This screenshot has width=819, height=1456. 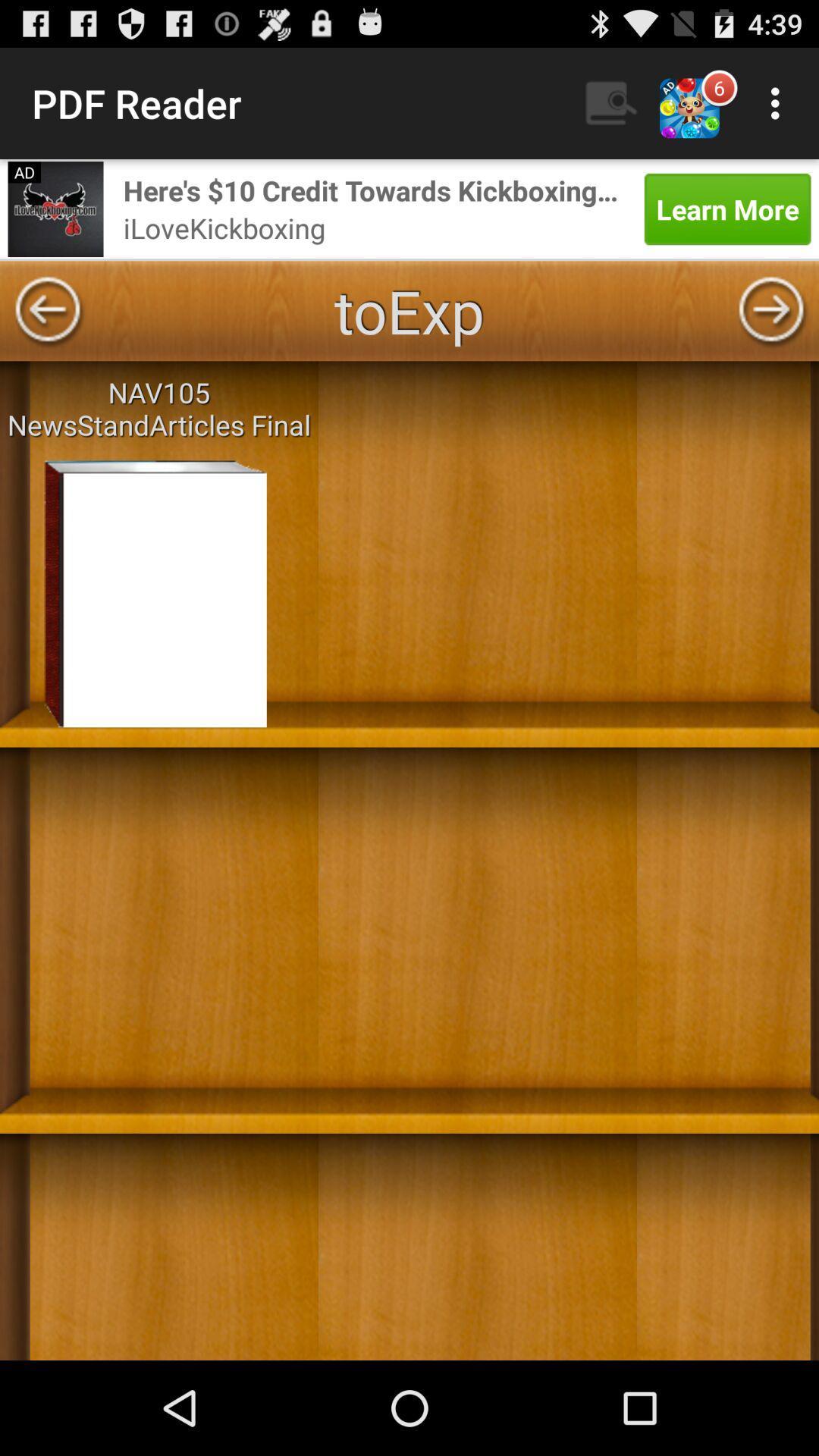 What do you see at coordinates (771, 310) in the screenshot?
I see `next` at bounding box center [771, 310].